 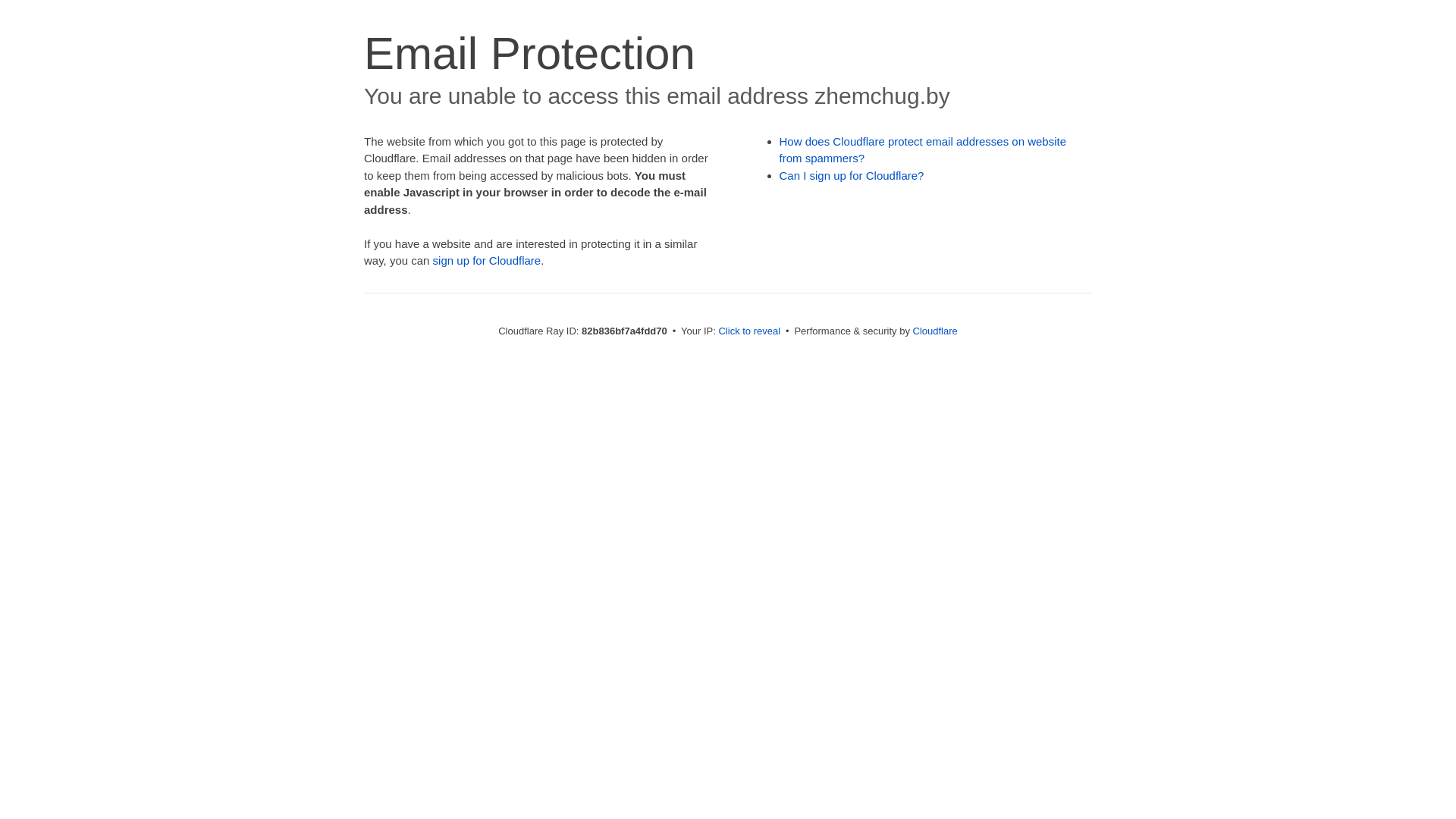 What do you see at coordinates (852, 174) in the screenshot?
I see `'Can I sign up for Cloudflare?'` at bounding box center [852, 174].